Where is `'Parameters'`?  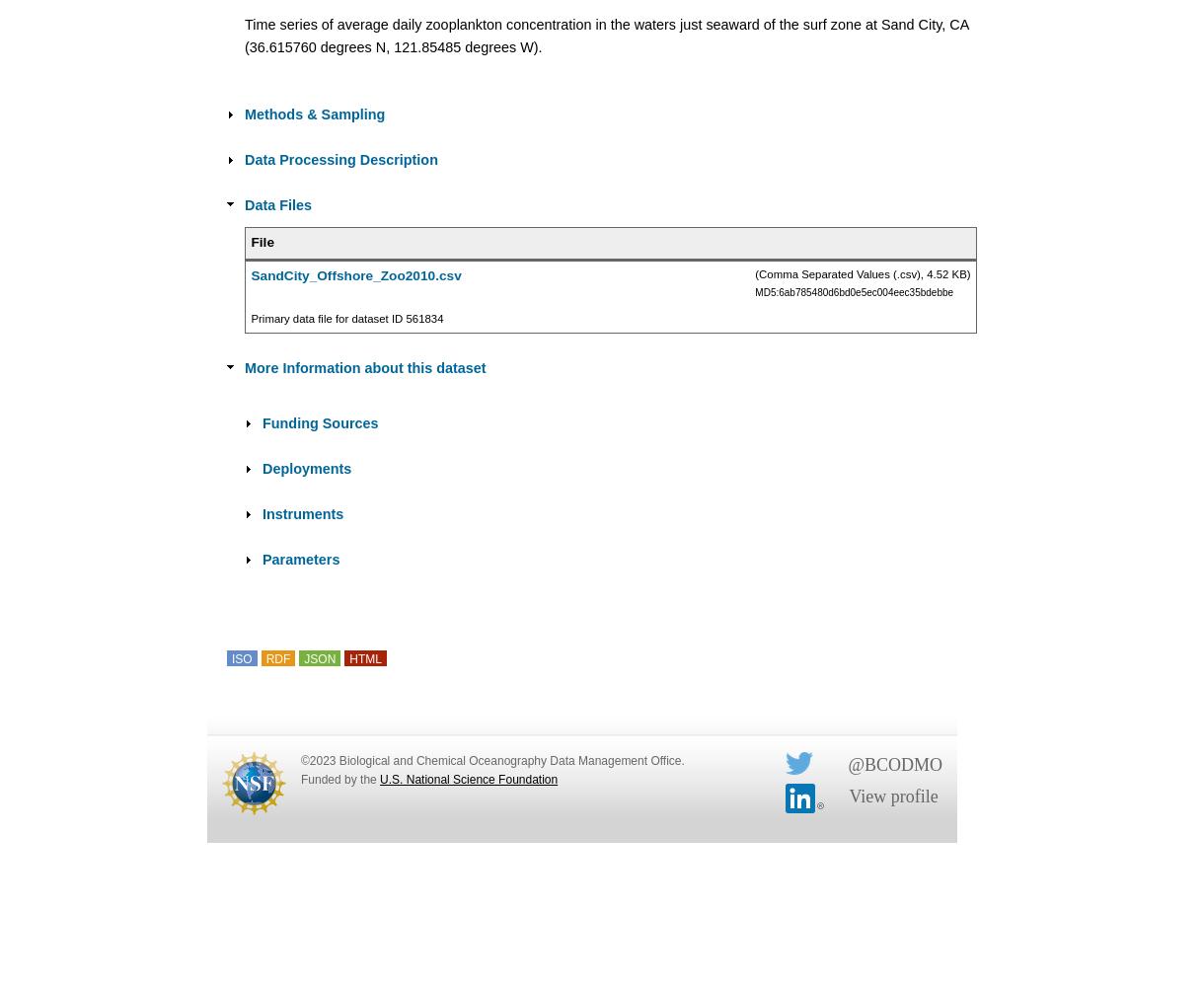 'Parameters' is located at coordinates (261, 558).